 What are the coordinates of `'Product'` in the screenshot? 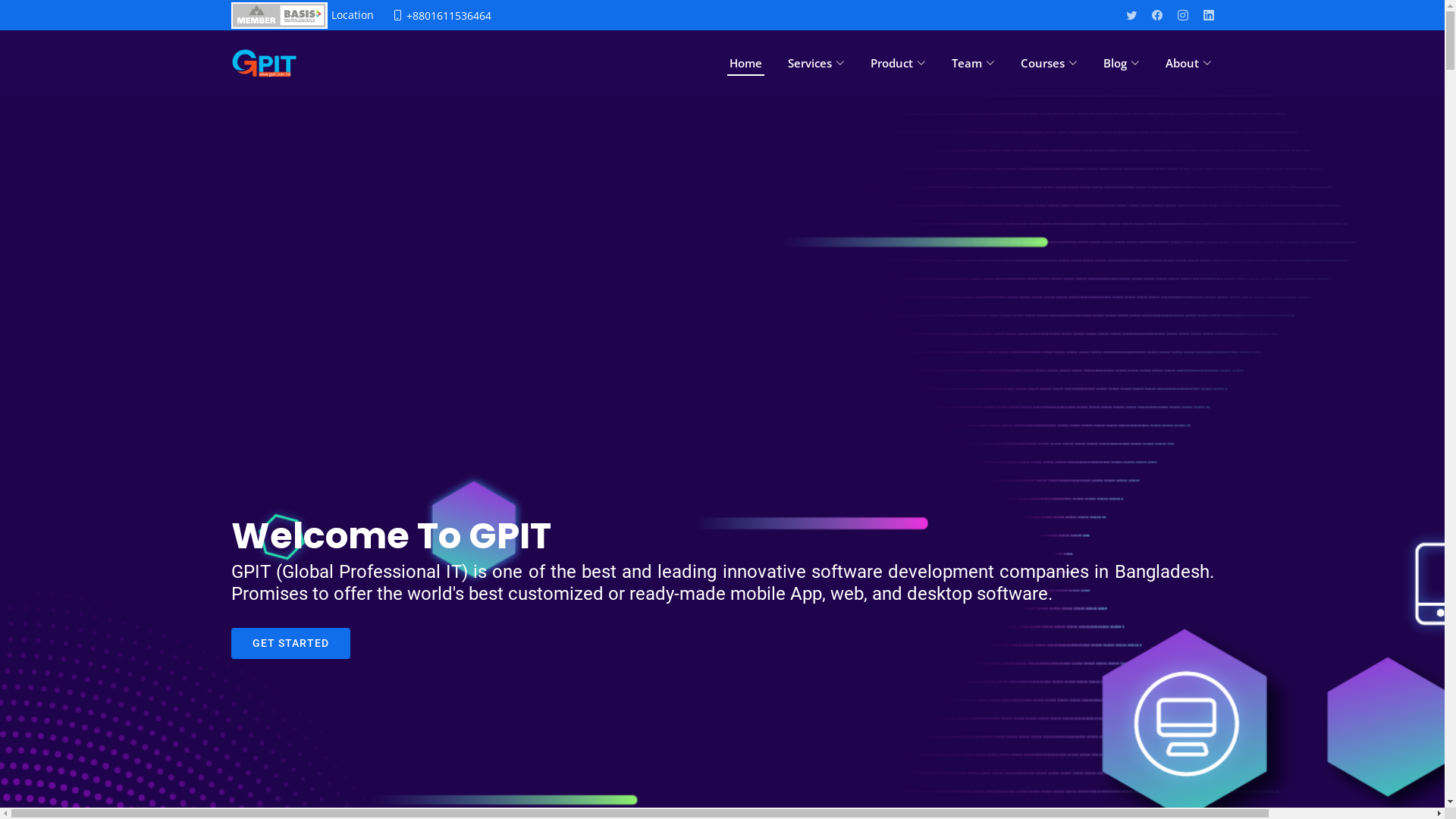 It's located at (897, 62).